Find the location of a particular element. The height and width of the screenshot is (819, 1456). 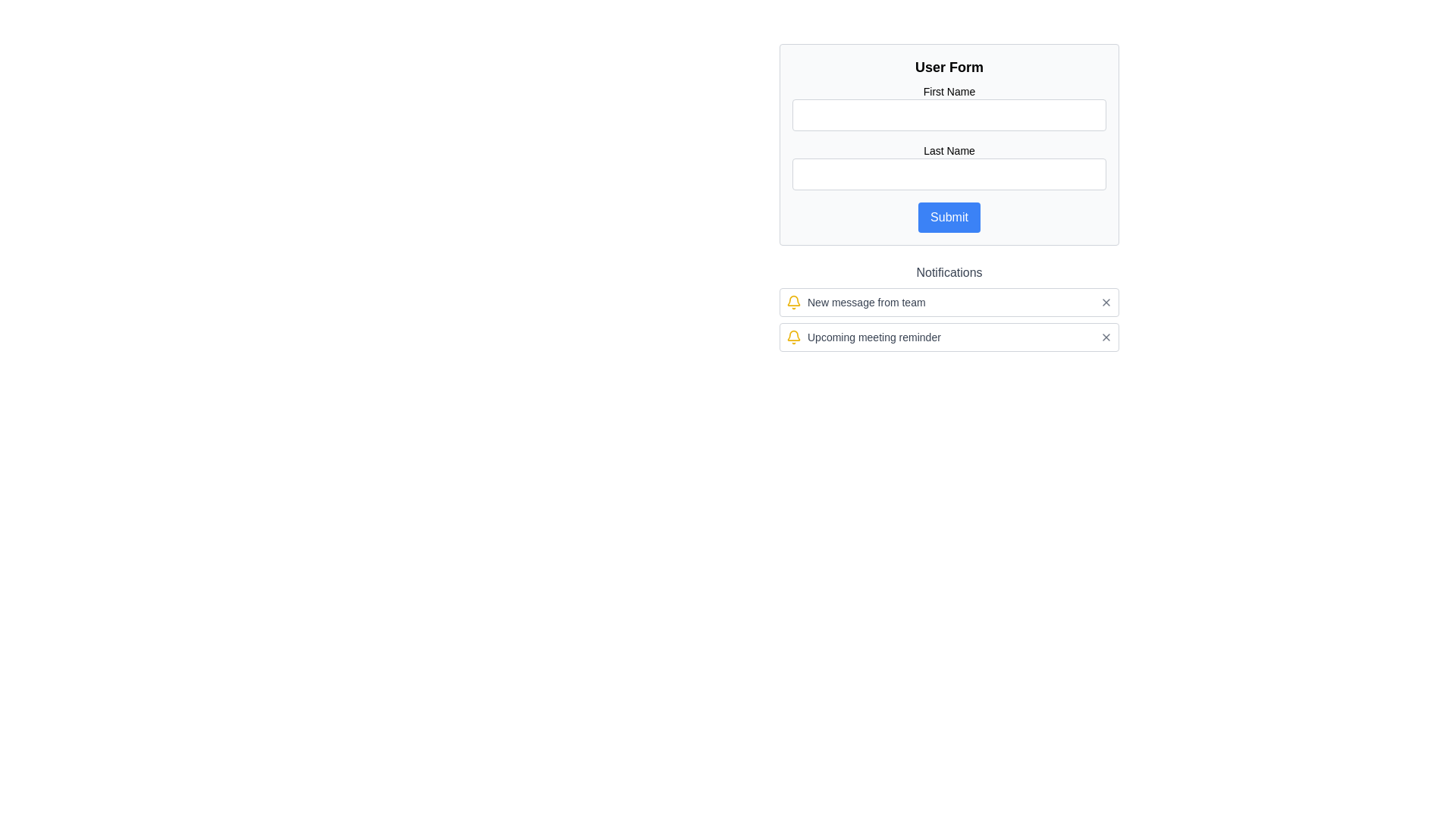

the dismiss button located on the far right side of the 'New message from team' notification box is located at coordinates (1106, 302).